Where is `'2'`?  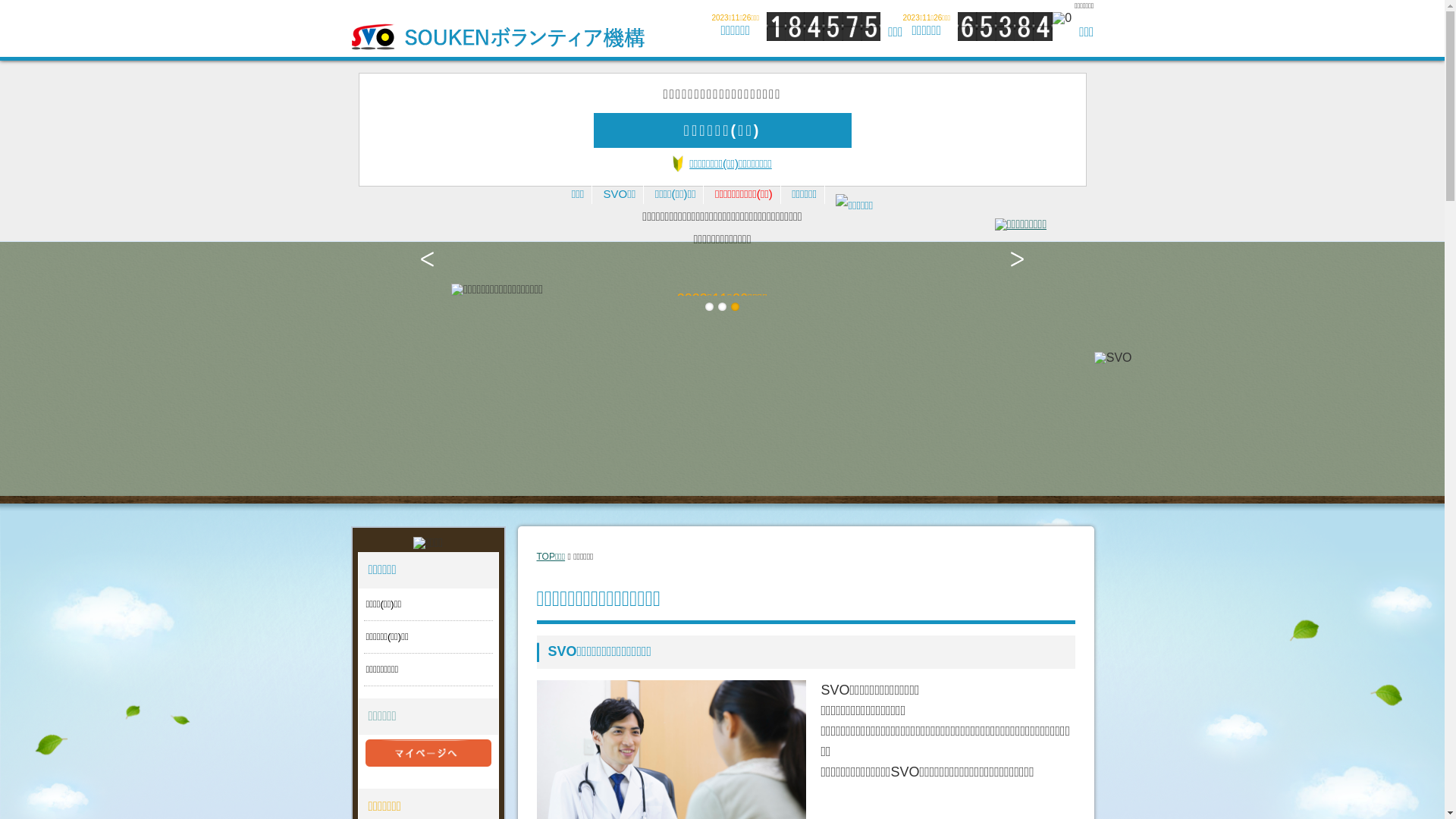
'2' is located at coordinates (717, 306).